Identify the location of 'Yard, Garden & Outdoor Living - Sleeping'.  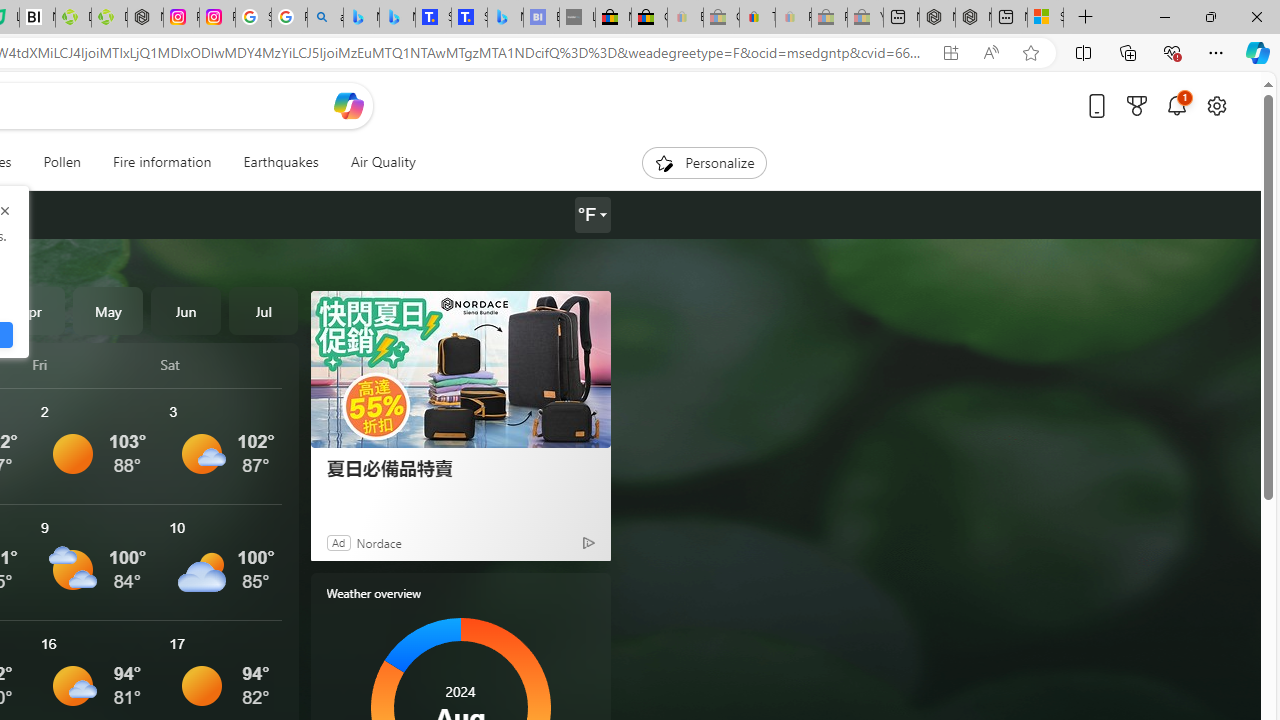
(865, 17).